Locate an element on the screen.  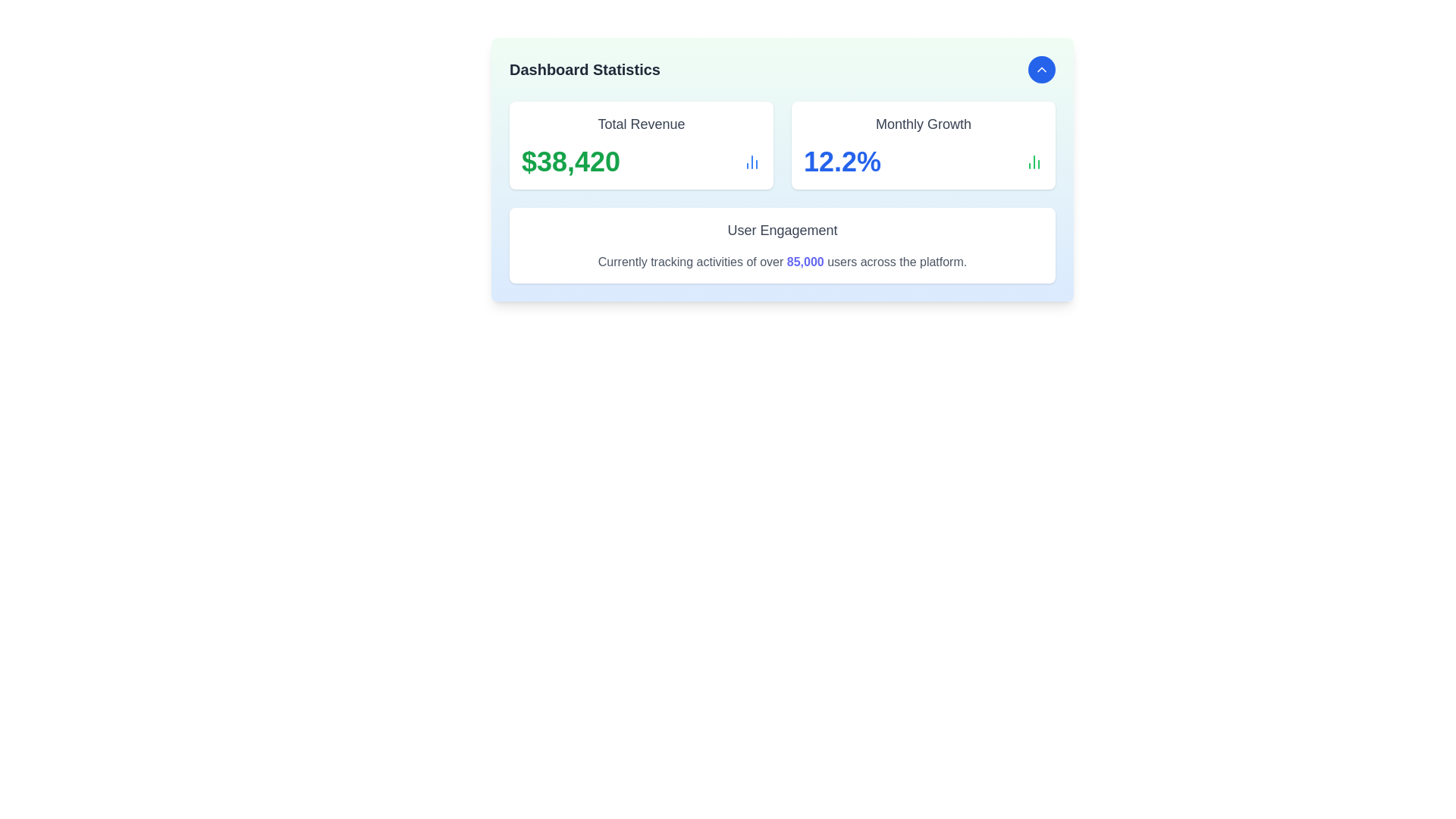
the interactive button located at the top-right corner of the 'Dashboard Statistics' section is located at coordinates (1040, 70).